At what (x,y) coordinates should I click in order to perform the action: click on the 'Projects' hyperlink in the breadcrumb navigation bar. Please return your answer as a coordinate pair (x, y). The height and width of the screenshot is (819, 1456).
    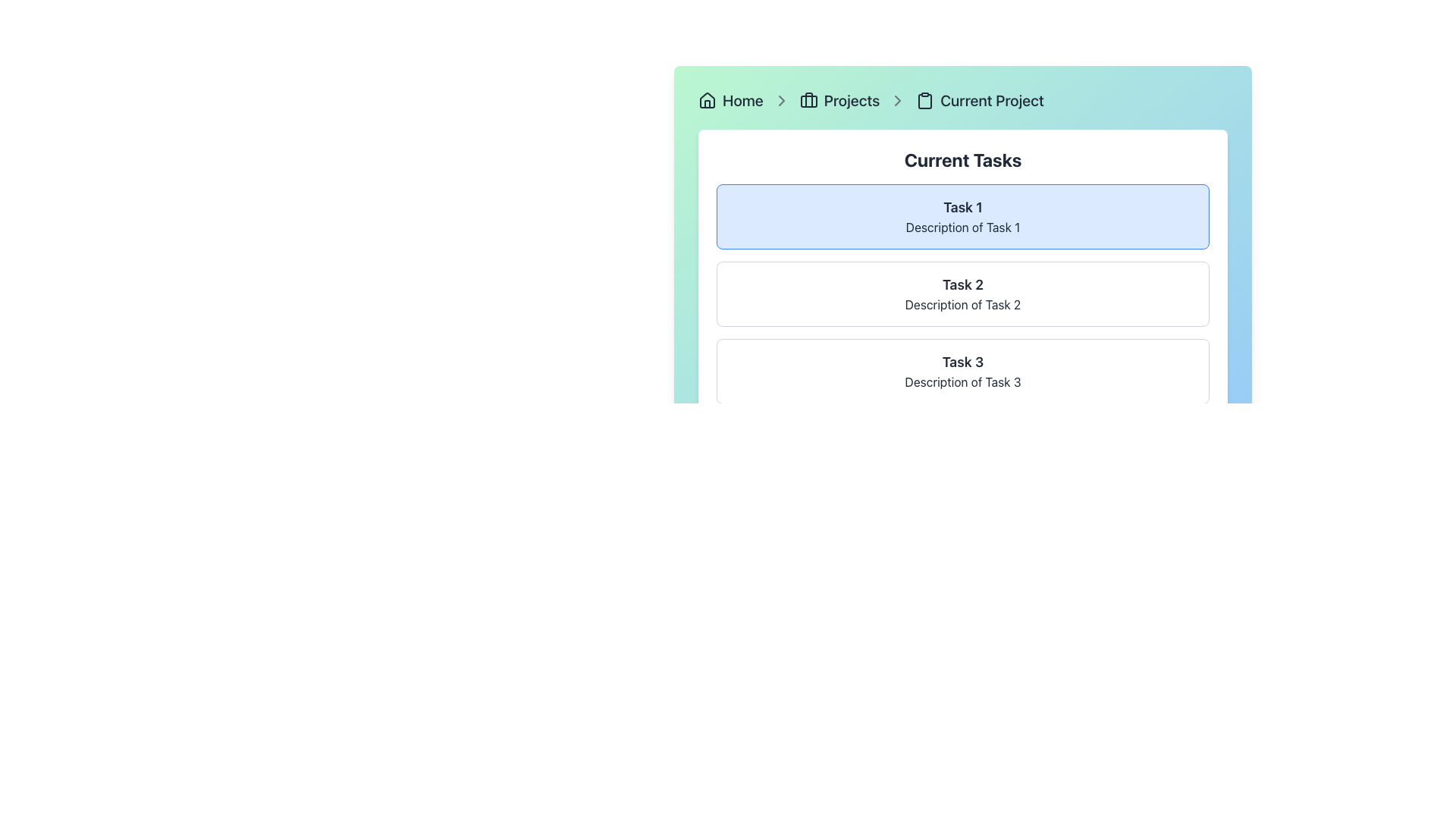
    Looking at the image, I should click on (852, 100).